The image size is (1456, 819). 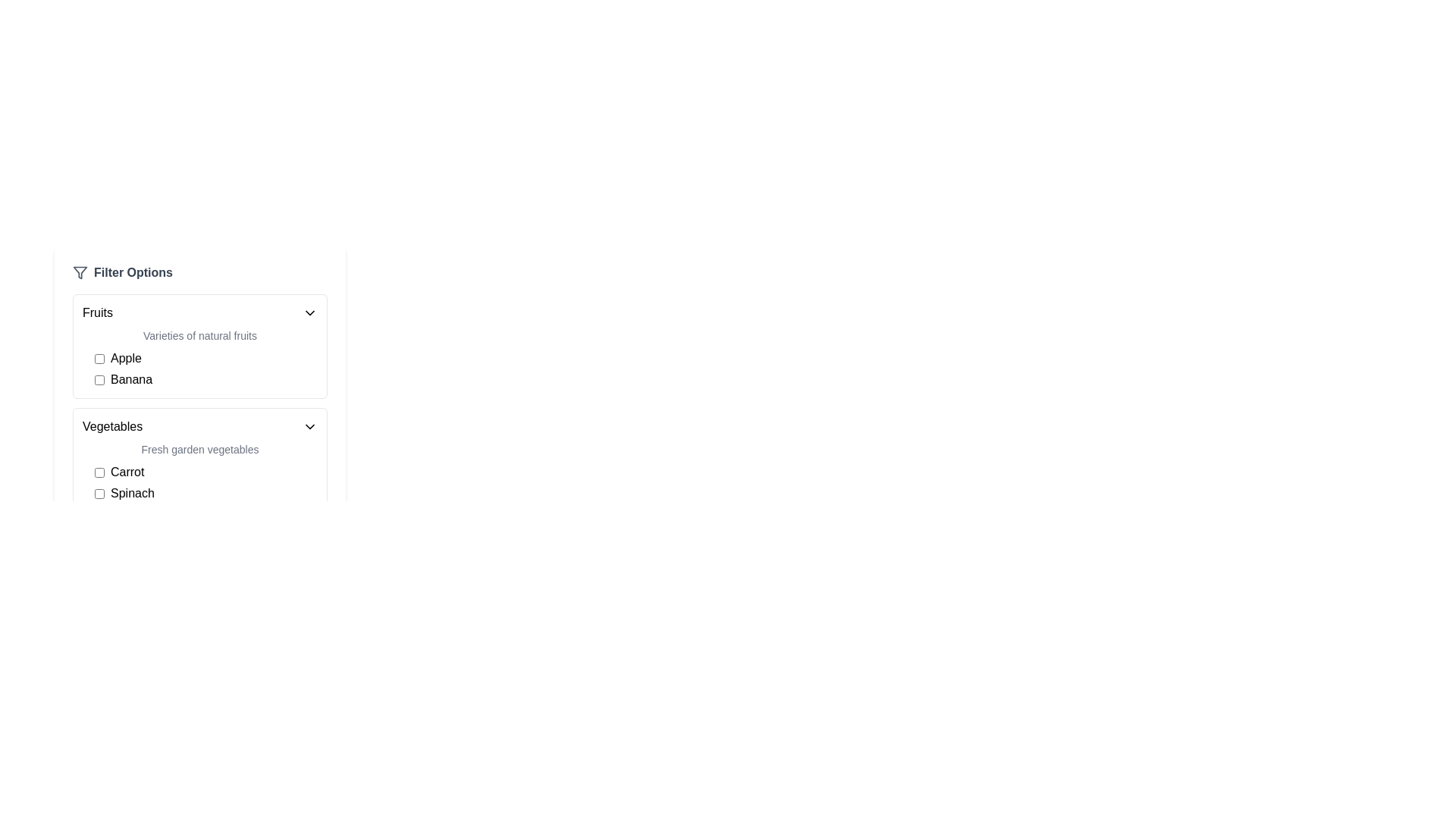 What do you see at coordinates (97, 312) in the screenshot?
I see `the 'Fruits' section title label located in the left sidebar, below the 'Filter Options' title` at bounding box center [97, 312].